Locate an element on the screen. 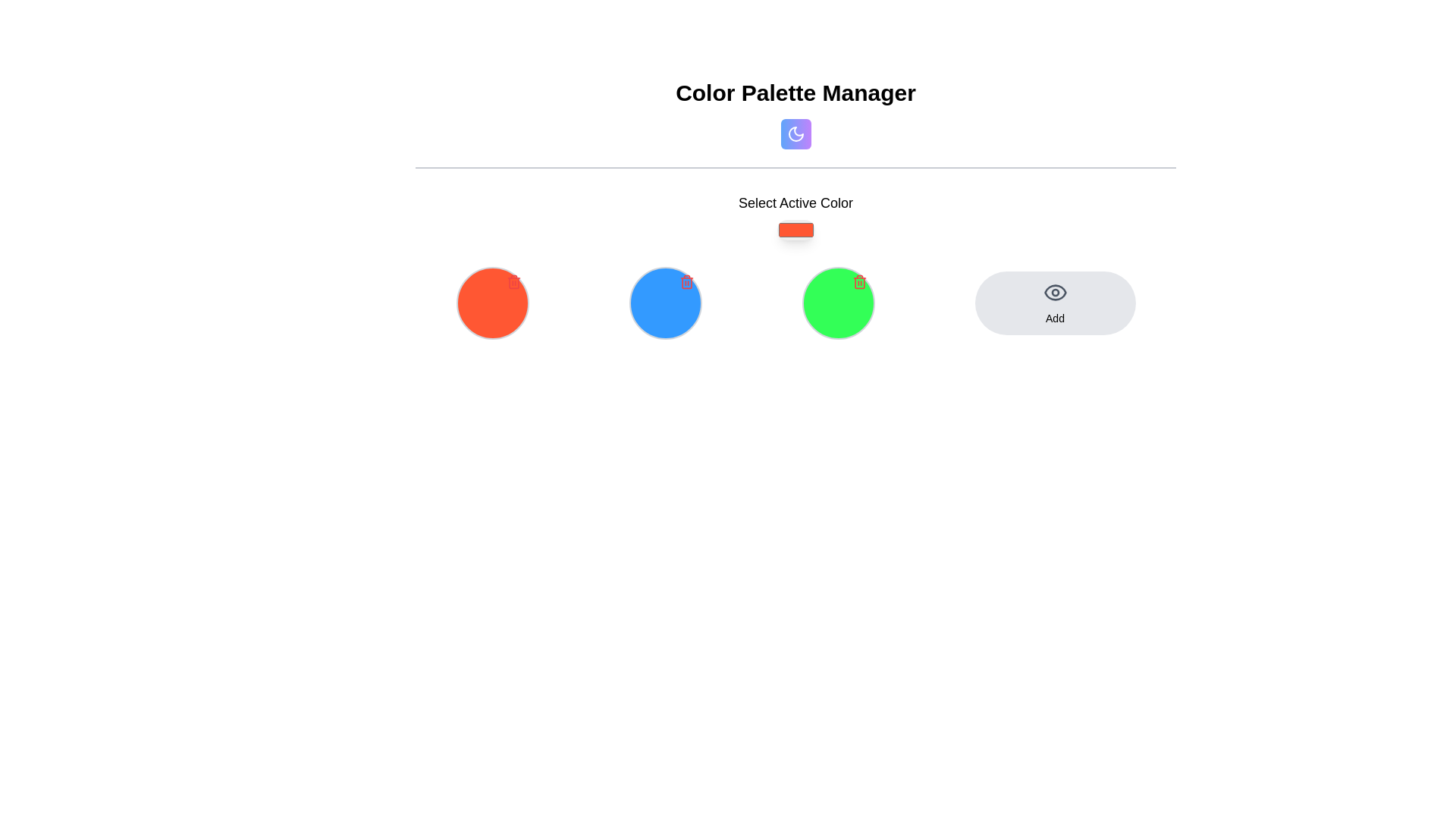 The width and height of the screenshot is (1456, 819). the oval-shaped button containing the eye icon located at the bottom-right side of the interface, next to the 'Add' label and camera icon is located at coordinates (1054, 292).